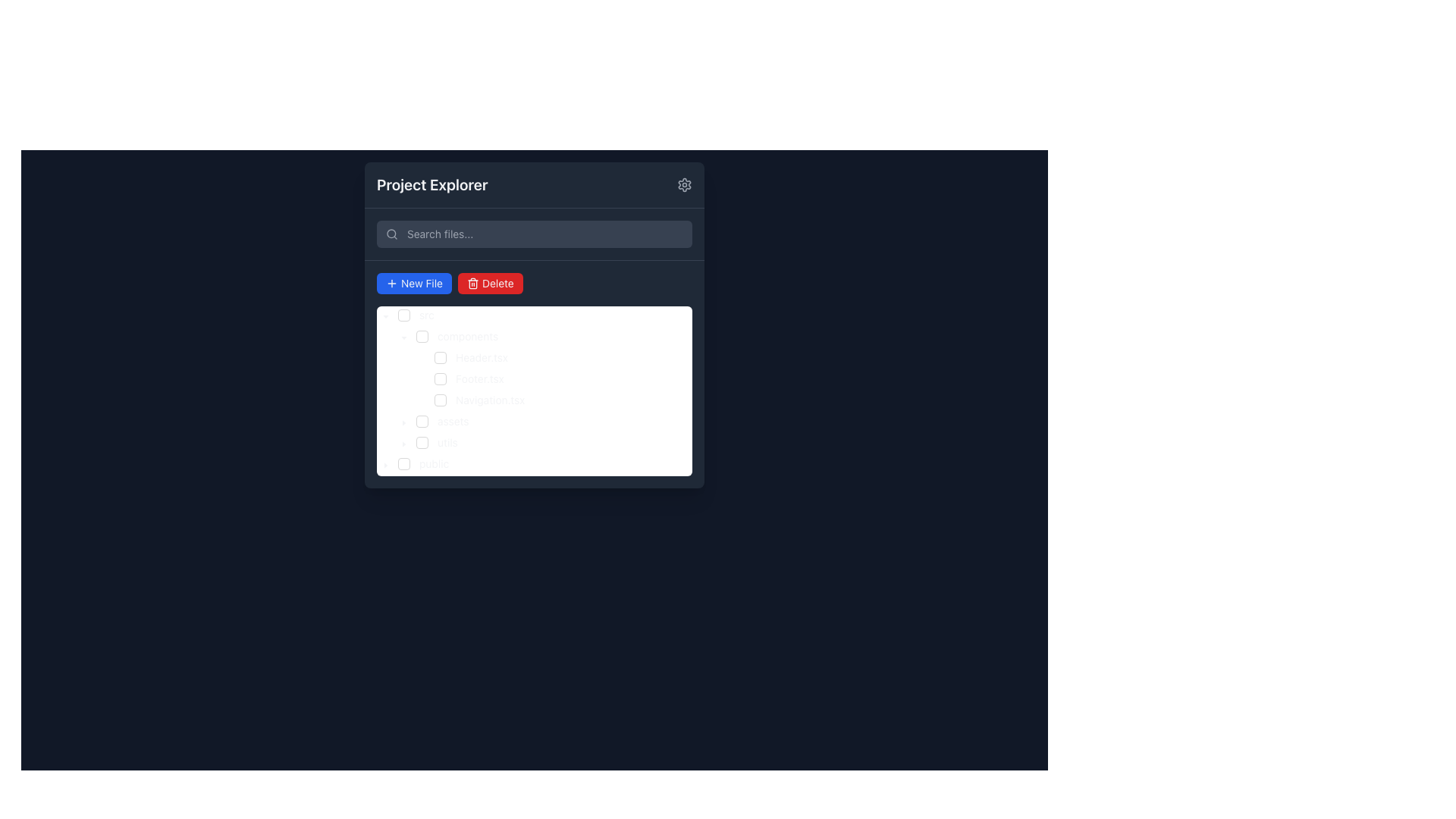 Image resolution: width=1456 pixels, height=819 pixels. Describe the element at coordinates (442, 378) in the screenshot. I see `the checkbox` at that location.